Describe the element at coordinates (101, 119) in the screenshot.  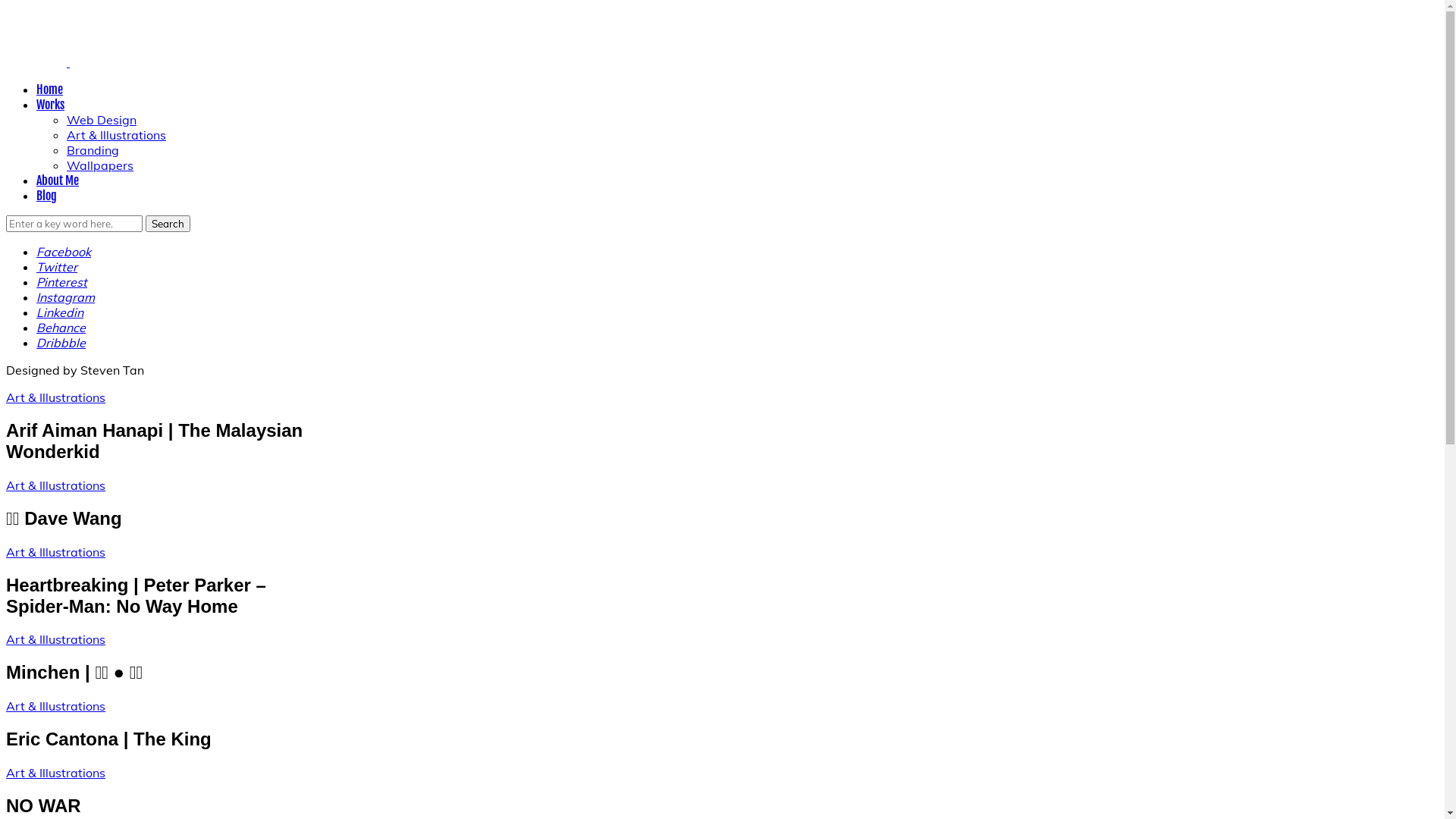
I see `'Web Design'` at that location.